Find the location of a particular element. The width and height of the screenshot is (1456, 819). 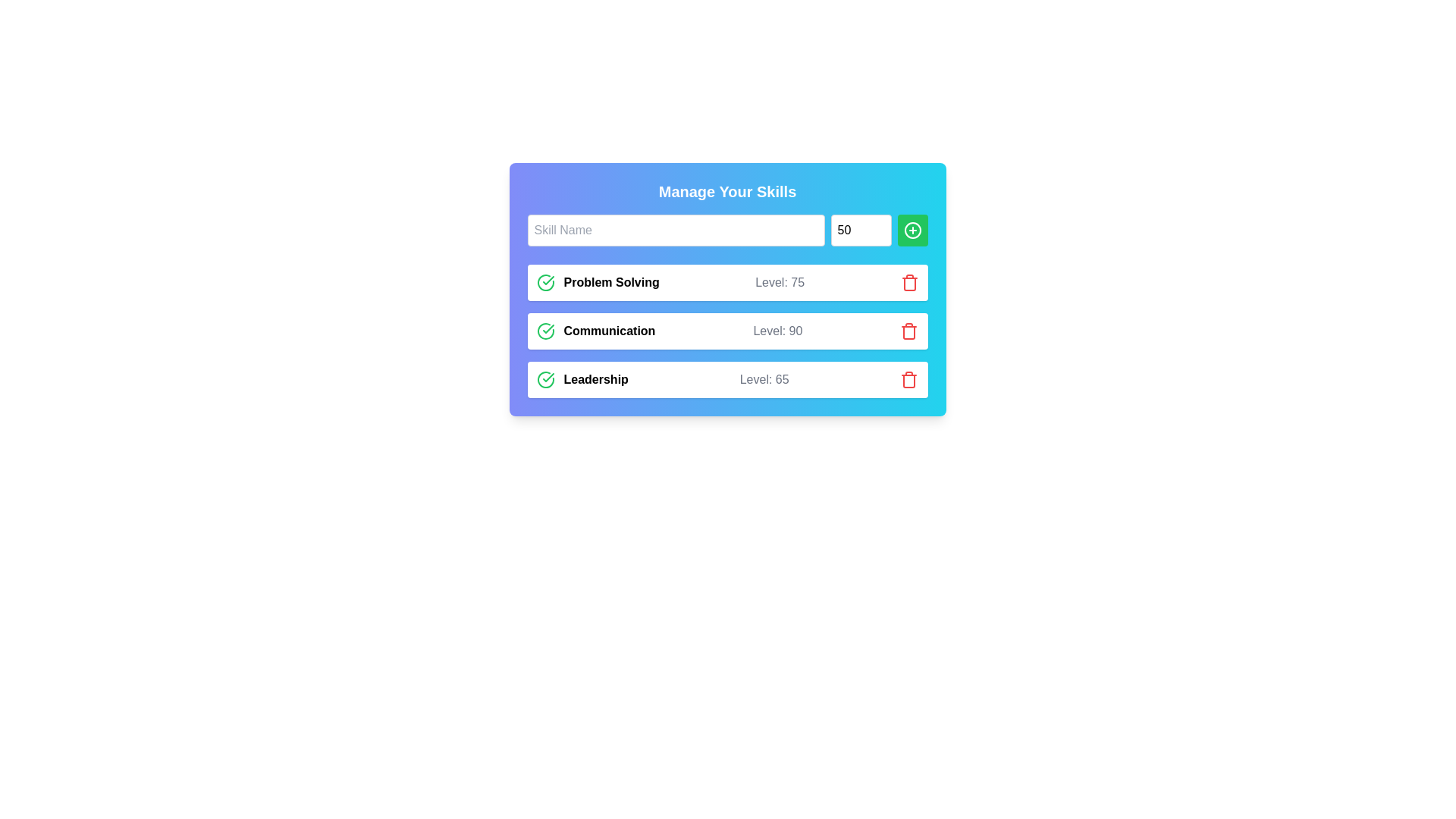

the trash can icon button, which represents the delete action for the 'Communication' skill entry, positioned adjacent to the text 'Level: 90' is located at coordinates (909, 330).